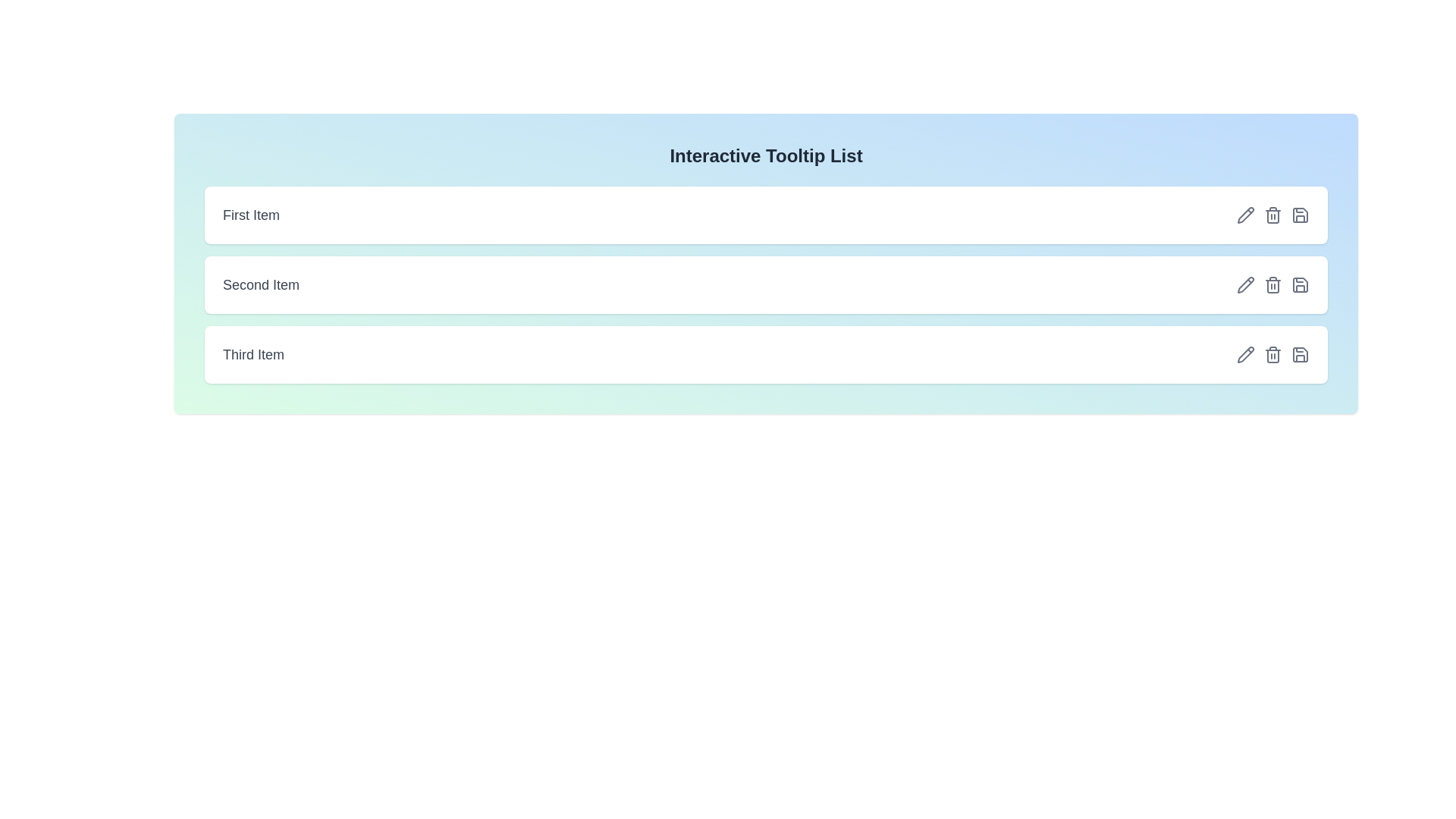  I want to click on the text label displaying 'Second Item' which is styled in gray and positioned as the second row in a vertically arranged list, so click(261, 284).